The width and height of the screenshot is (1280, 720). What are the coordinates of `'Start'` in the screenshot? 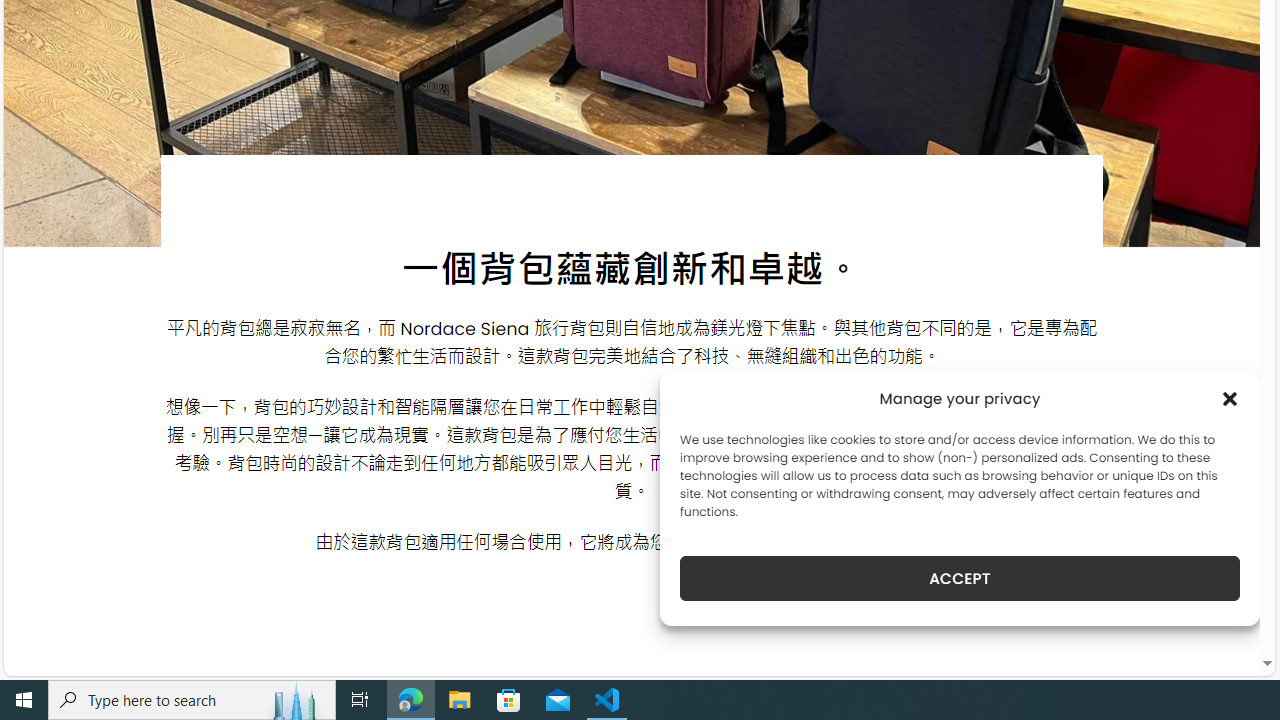 It's located at (24, 698).